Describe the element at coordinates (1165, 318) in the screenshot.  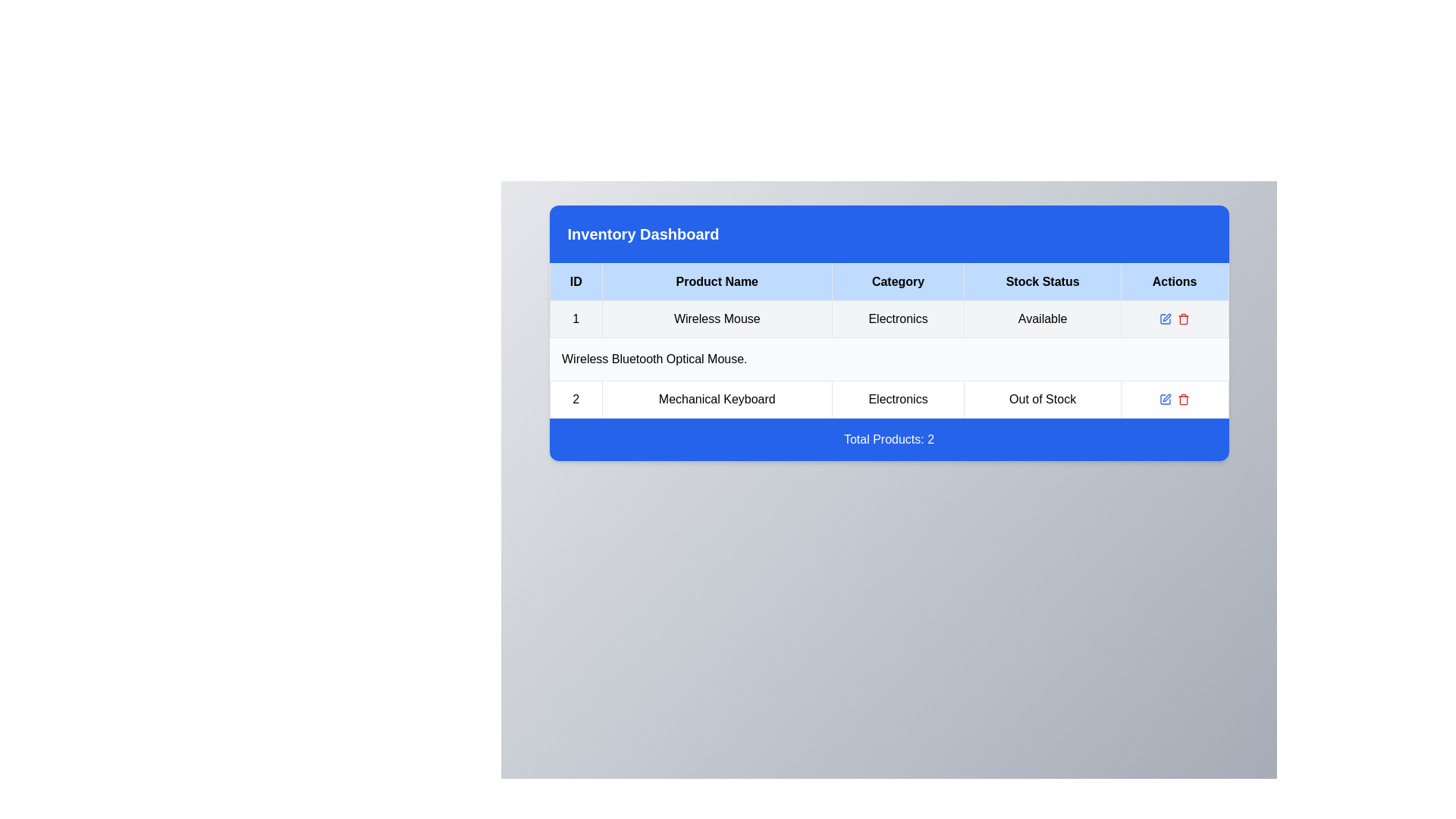
I see `the visual representation of the square portion of the pen-and-square icon located in the 'Actions' column for the second row of the inventory table` at that location.